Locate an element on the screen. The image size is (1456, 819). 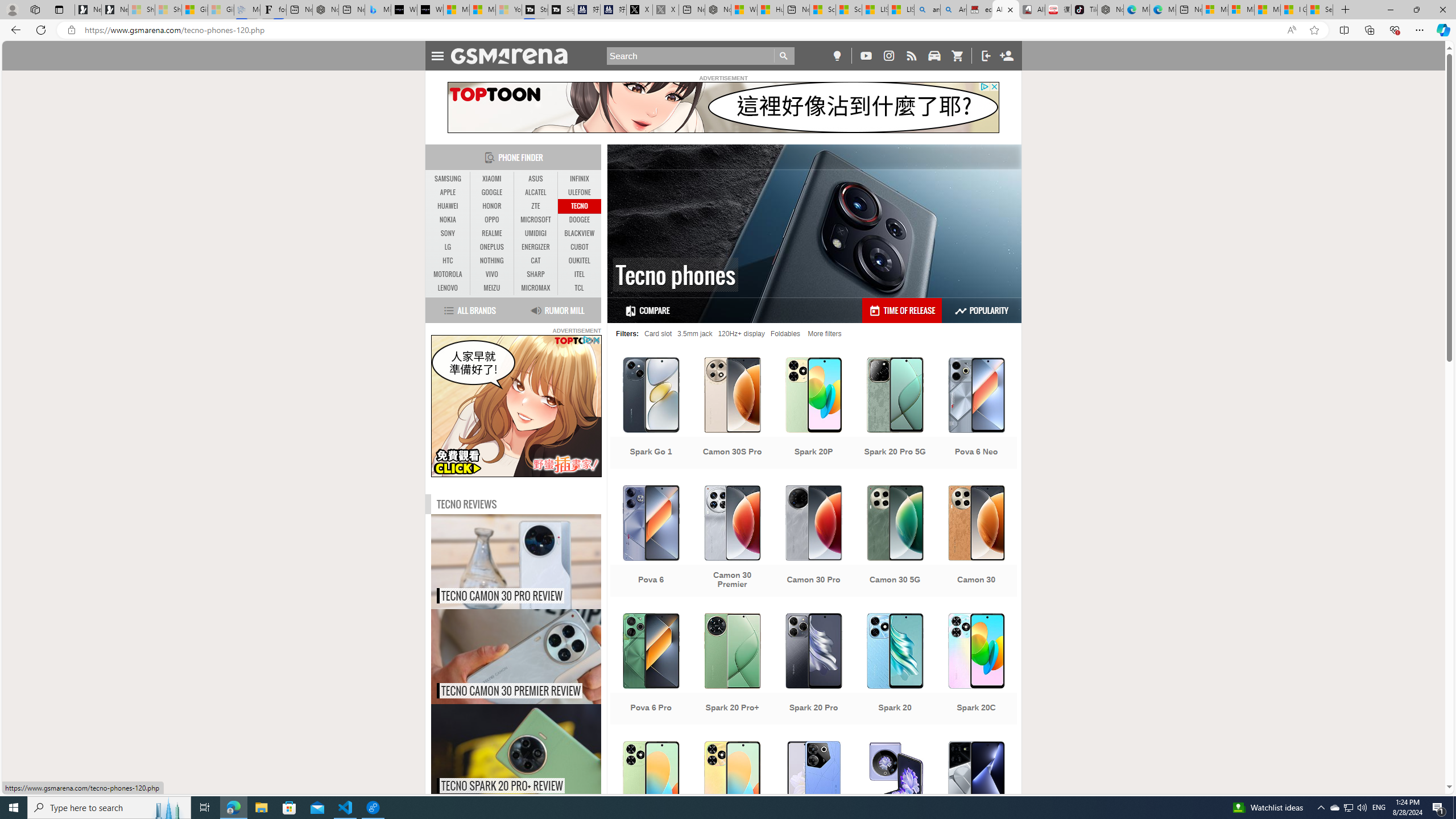
'Settings and more (Alt+F)' is located at coordinates (1419, 29).